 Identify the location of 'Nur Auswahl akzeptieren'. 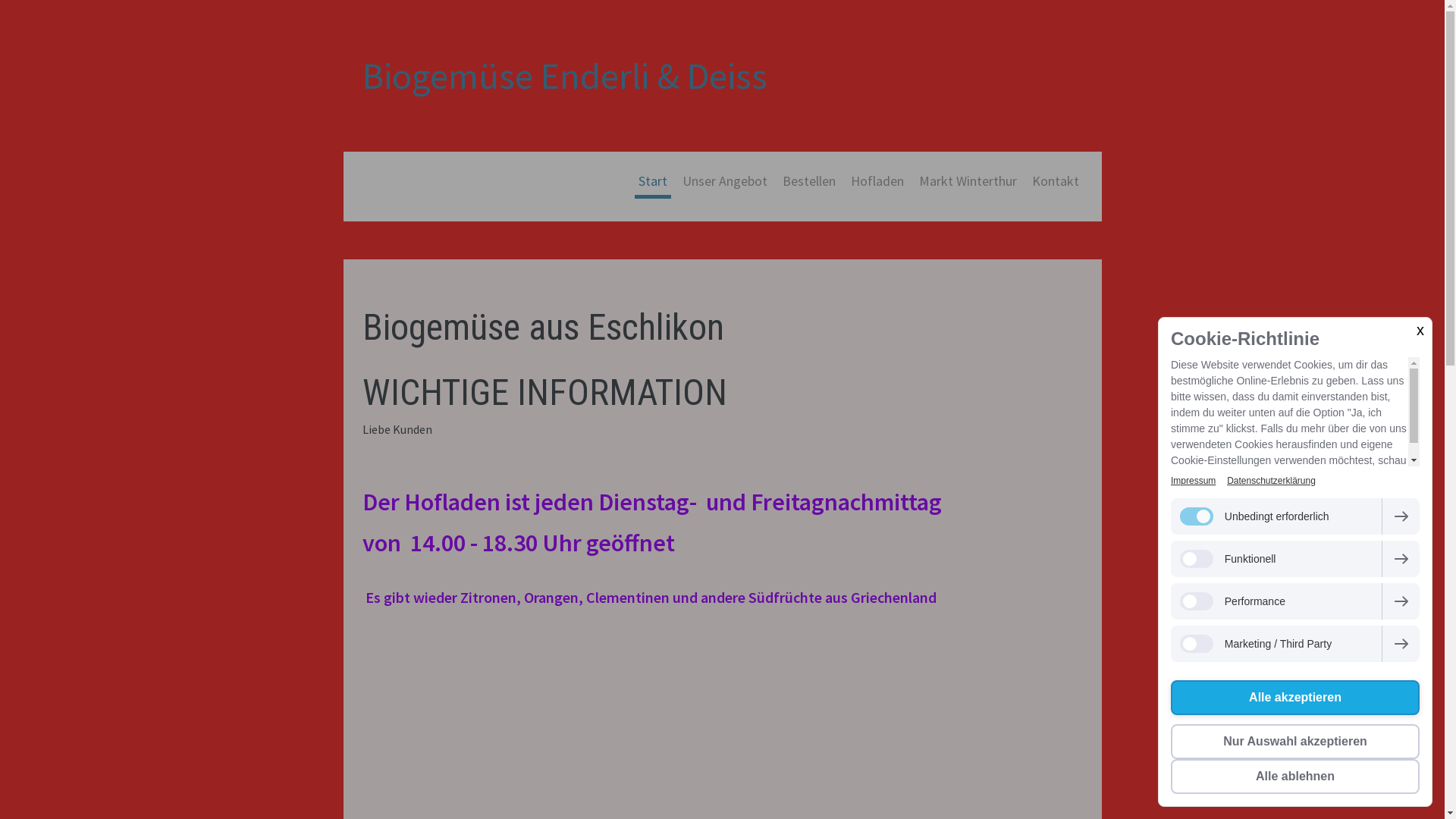
(1294, 741).